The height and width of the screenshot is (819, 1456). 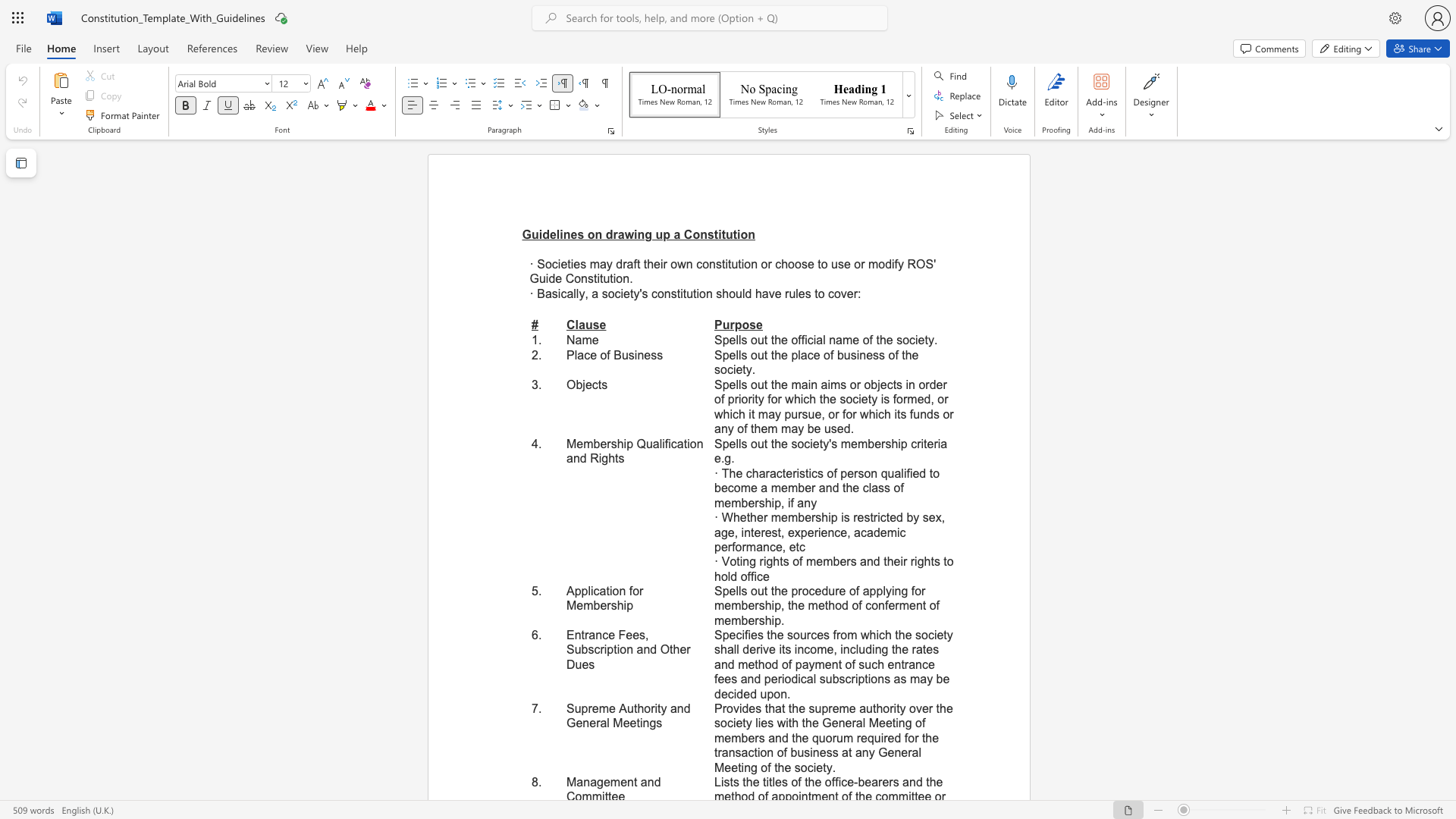 I want to click on the subset text "thod of payment of such entrance fees and periodical subscriptions as may be decide" within the text "Specifies the sources from which the society shall derive its income, including the rates and method of payment of such entrance fees and periodical subscriptions as may be decided upon.", so click(x=755, y=664).